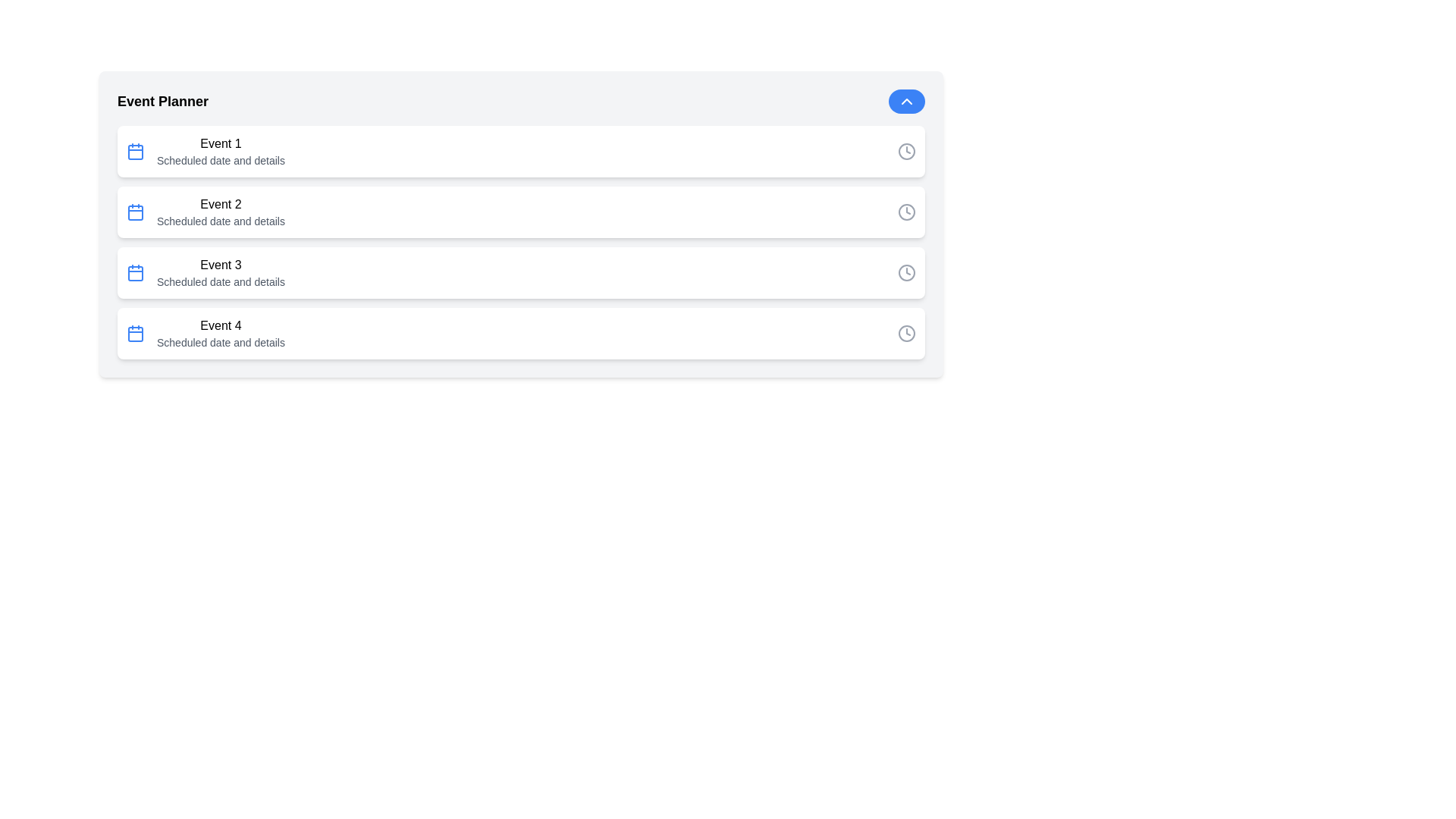 Image resolution: width=1456 pixels, height=819 pixels. I want to click on the Text Display element that shows the title and description for 'Event 3', which is located inside the third event card in a list of four vertically aligned cards, so click(220, 271).